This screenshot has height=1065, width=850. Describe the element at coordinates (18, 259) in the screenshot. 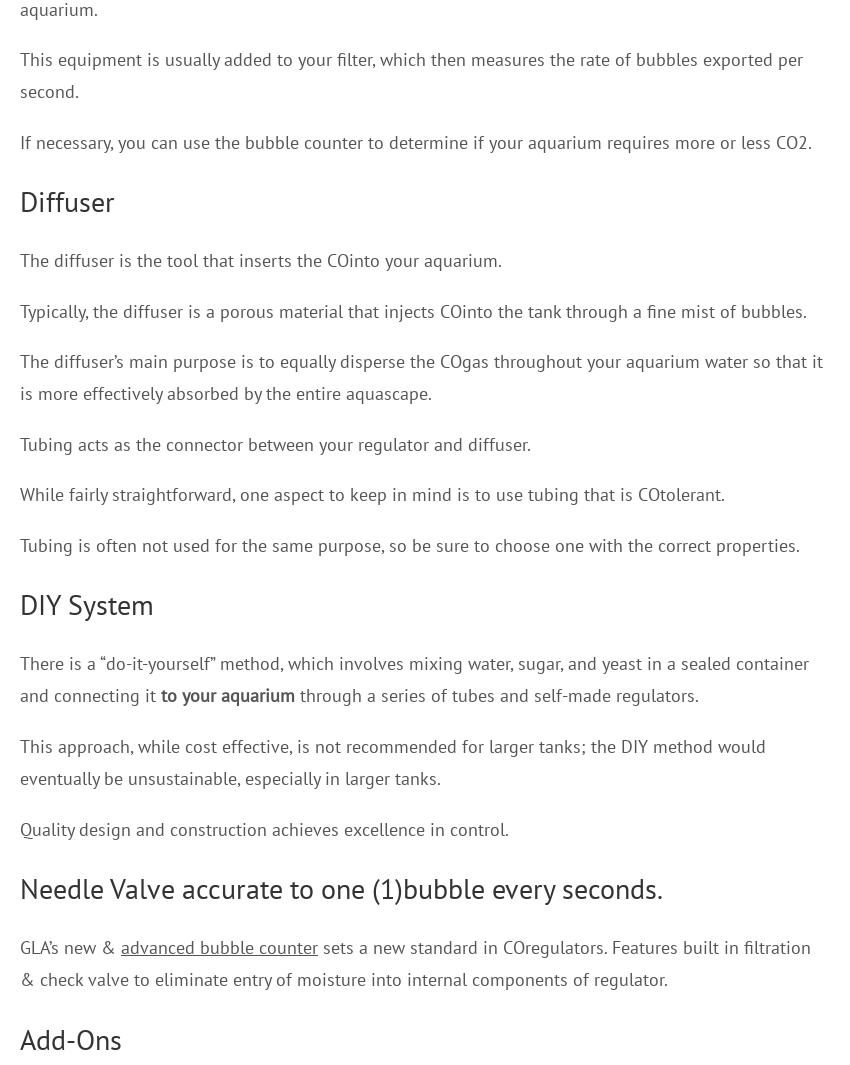

I see `'The diffuser is the tool that inserts the COinto your aquarium.'` at that location.